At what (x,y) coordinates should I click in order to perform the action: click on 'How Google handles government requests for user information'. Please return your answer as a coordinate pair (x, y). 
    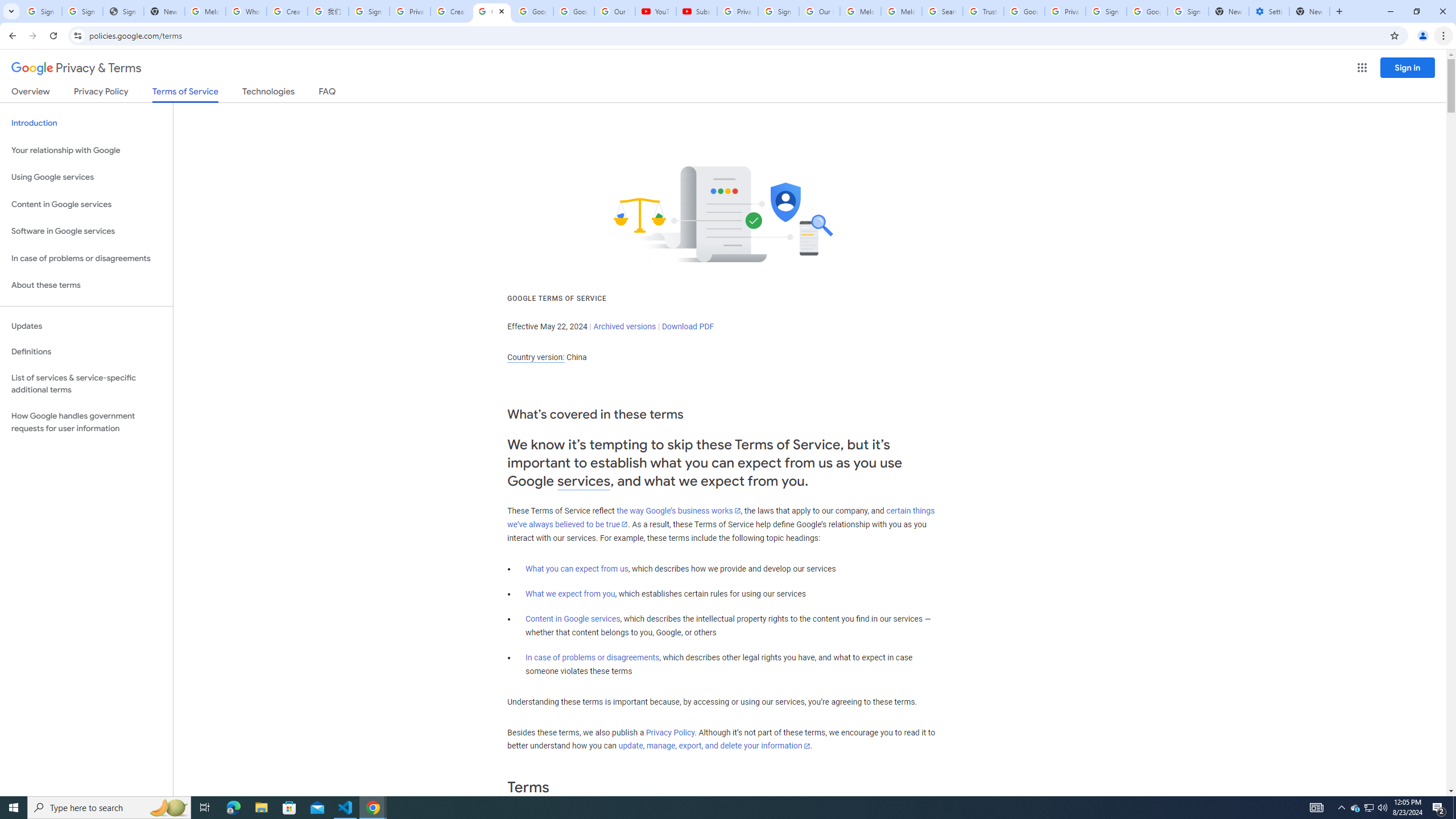
    Looking at the image, I should click on (86, 422).